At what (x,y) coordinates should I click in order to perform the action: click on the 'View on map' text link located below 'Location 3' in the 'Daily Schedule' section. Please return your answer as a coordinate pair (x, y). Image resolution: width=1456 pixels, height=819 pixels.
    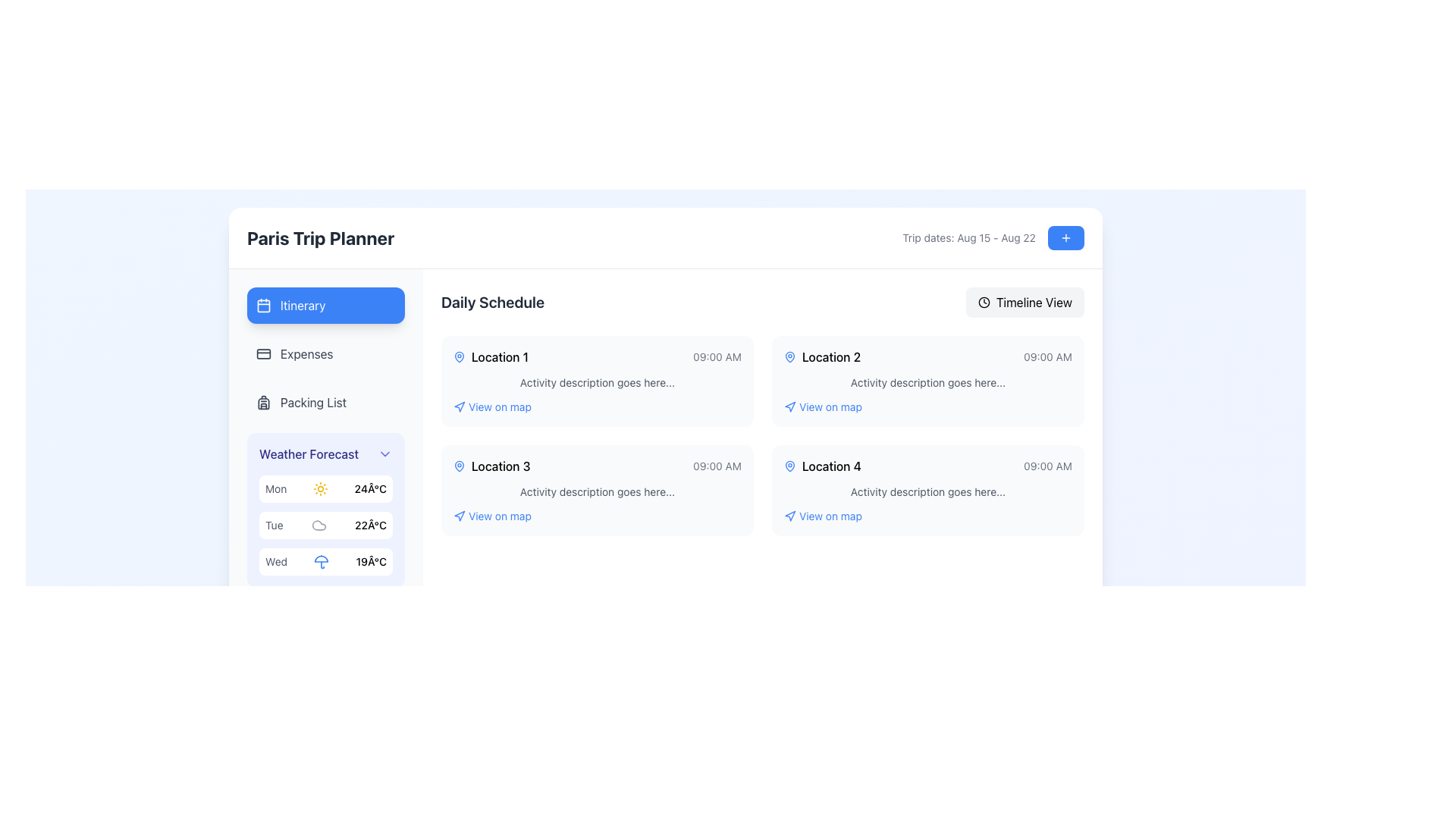
    Looking at the image, I should click on (500, 516).